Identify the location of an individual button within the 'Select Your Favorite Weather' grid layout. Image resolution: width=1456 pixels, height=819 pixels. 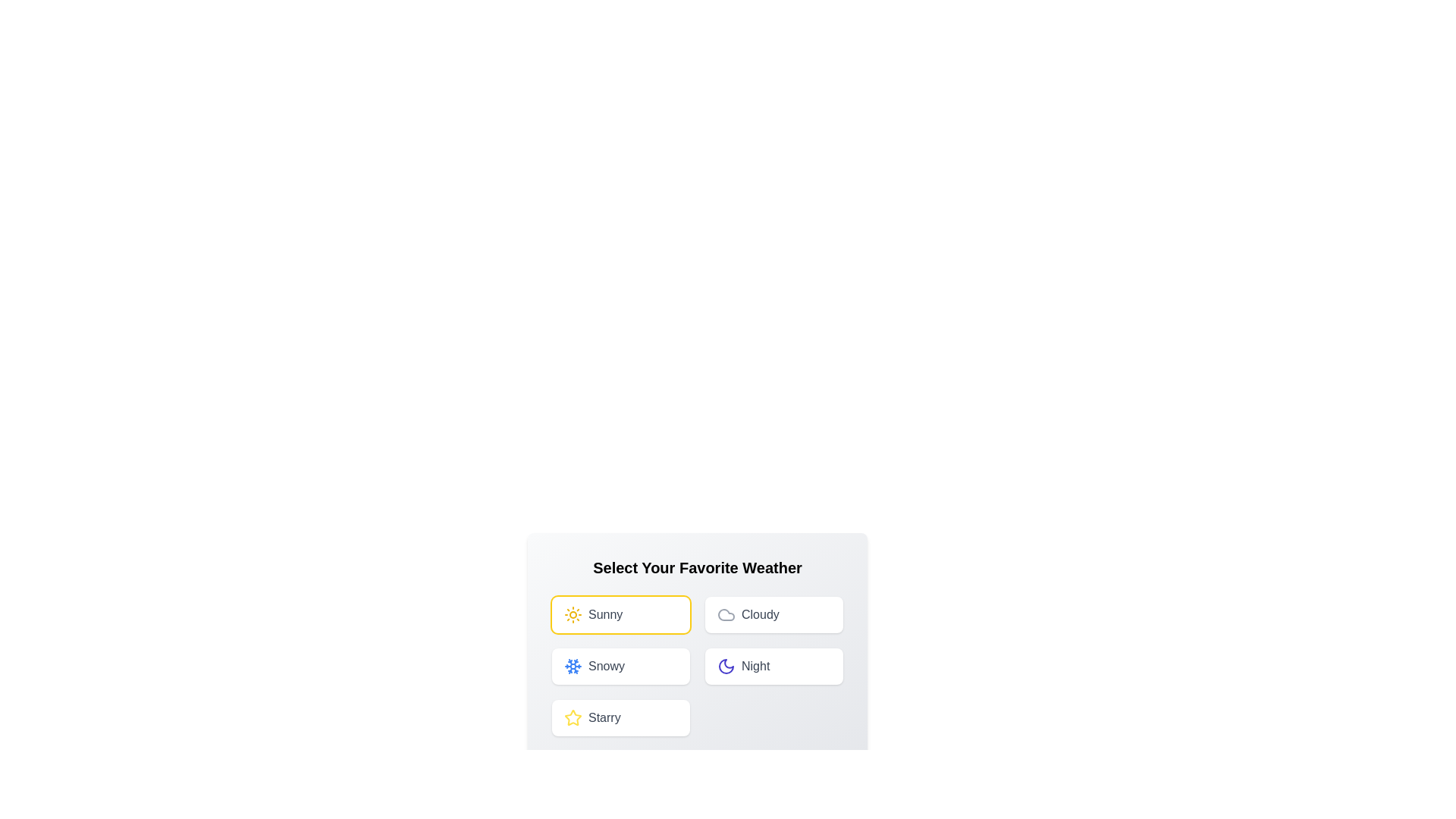
(697, 666).